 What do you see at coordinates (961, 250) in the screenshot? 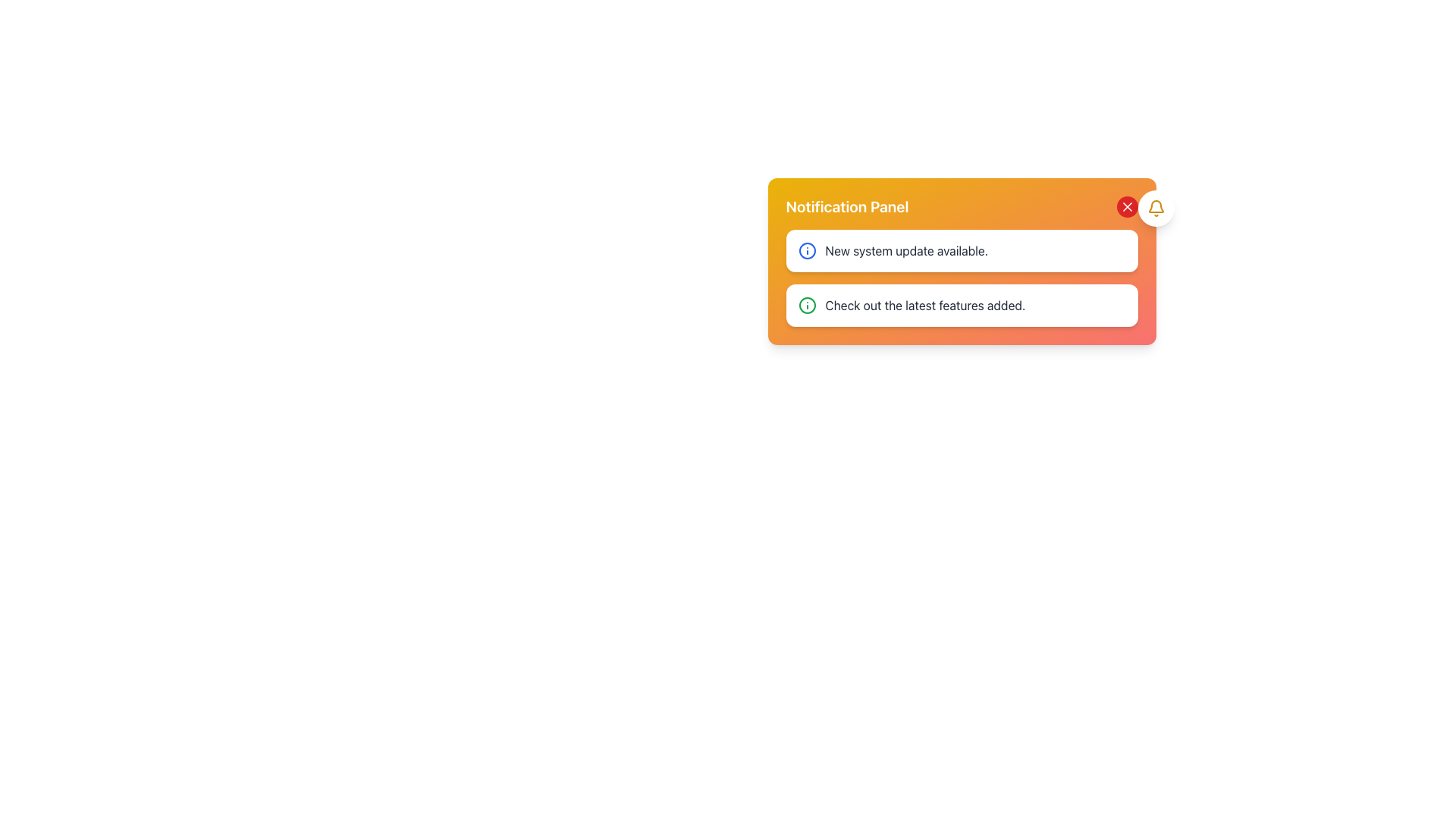
I see `notification text from the first notification item in the Notification Panel, which is identified by its orange gradient header and its position above another notification` at bounding box center [961, 250].